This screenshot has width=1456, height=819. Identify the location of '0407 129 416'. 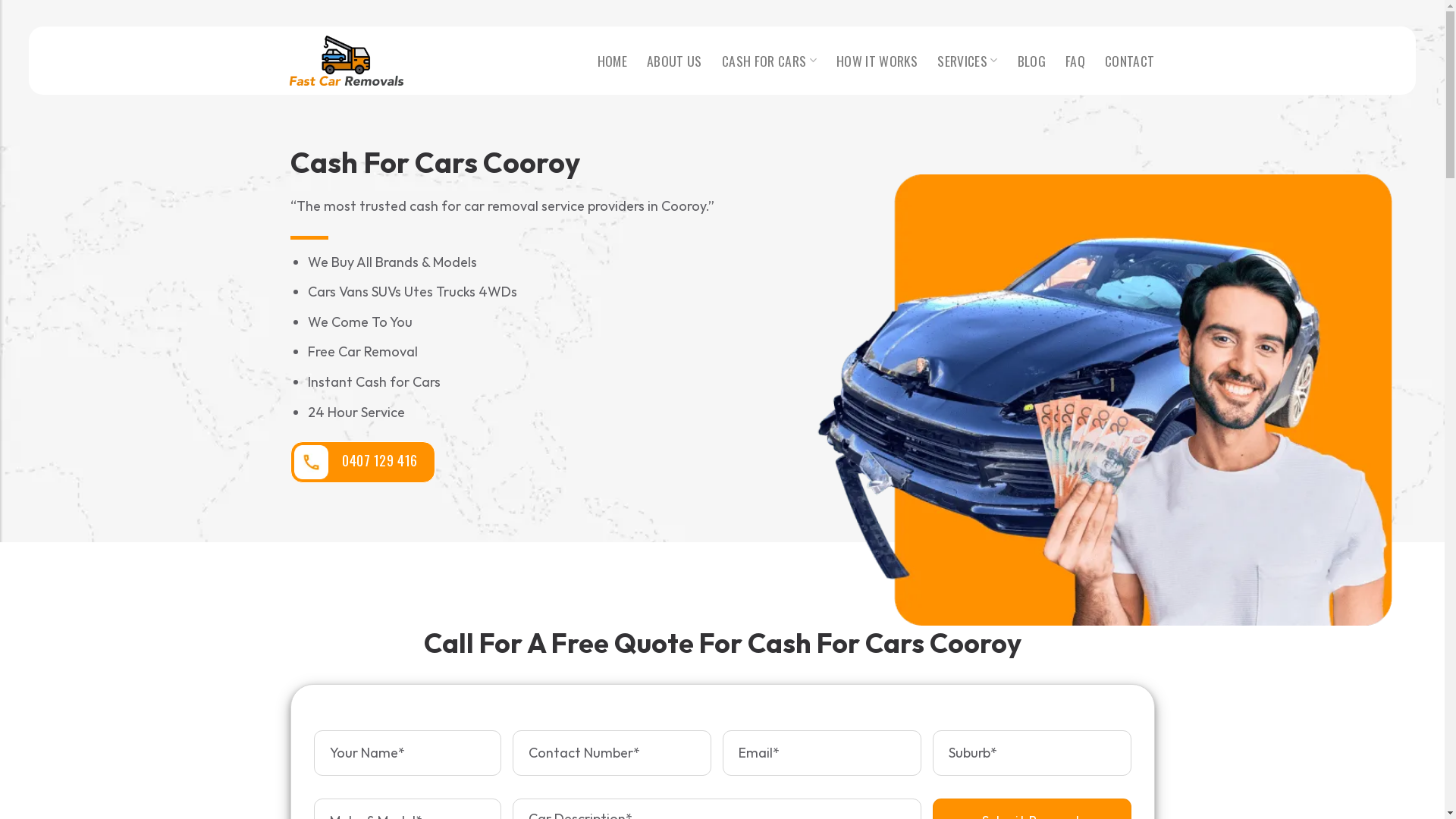
(361, 461).